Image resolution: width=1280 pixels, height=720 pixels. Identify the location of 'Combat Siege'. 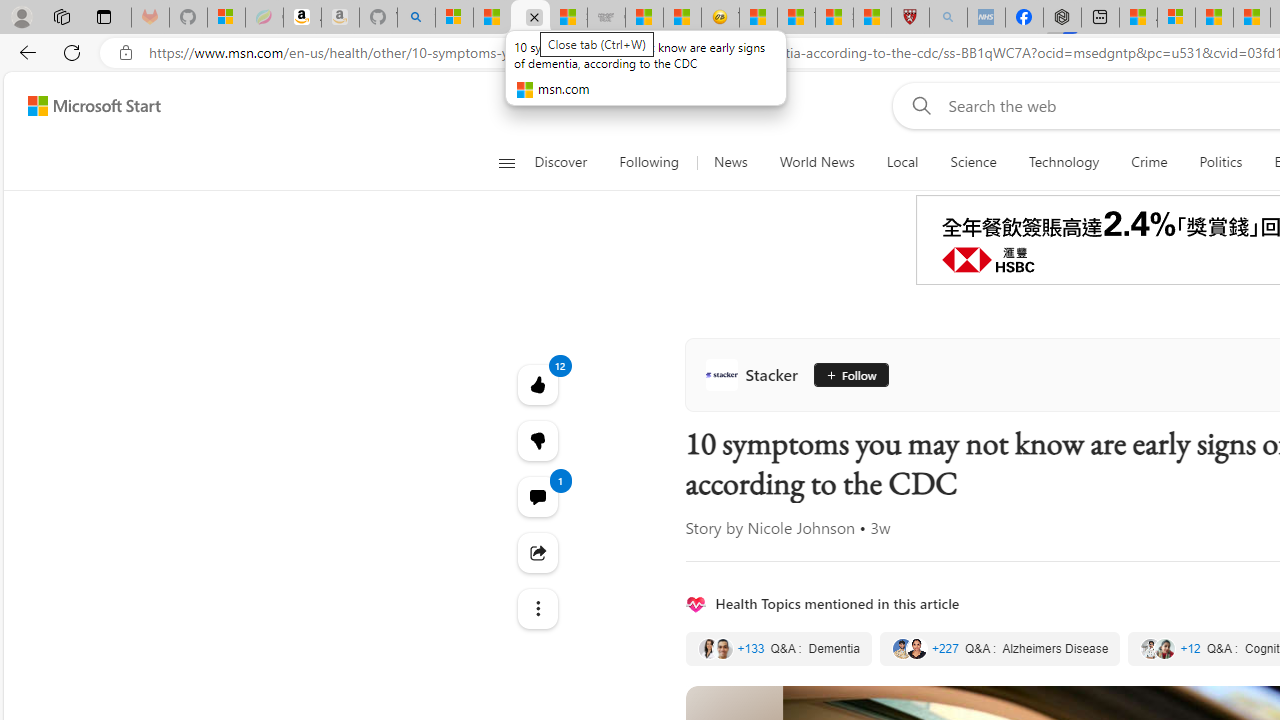
(605, 17).